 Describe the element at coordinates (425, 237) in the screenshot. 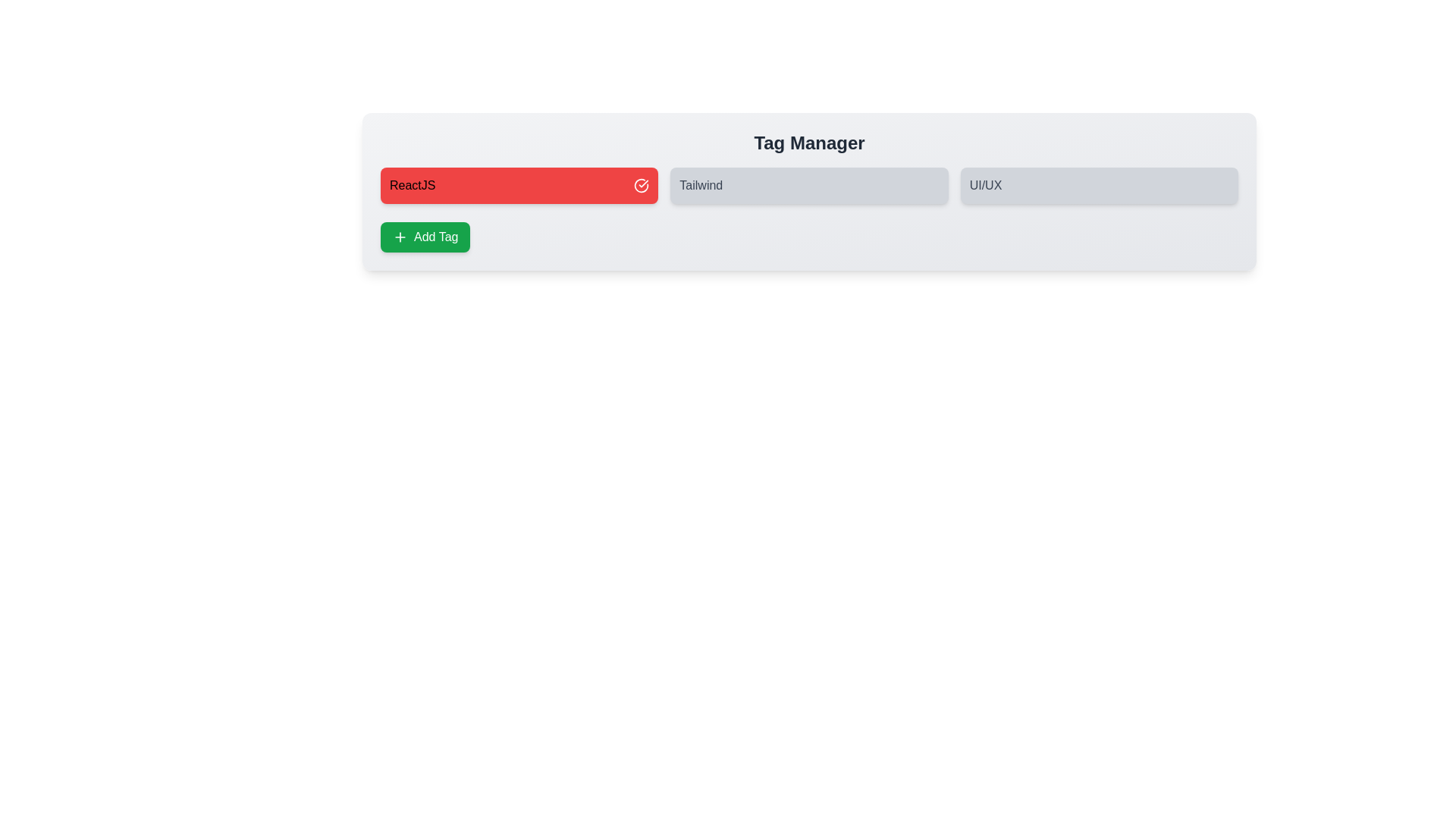

I see `the 'Add Tag' button to add a new tag` at that location.